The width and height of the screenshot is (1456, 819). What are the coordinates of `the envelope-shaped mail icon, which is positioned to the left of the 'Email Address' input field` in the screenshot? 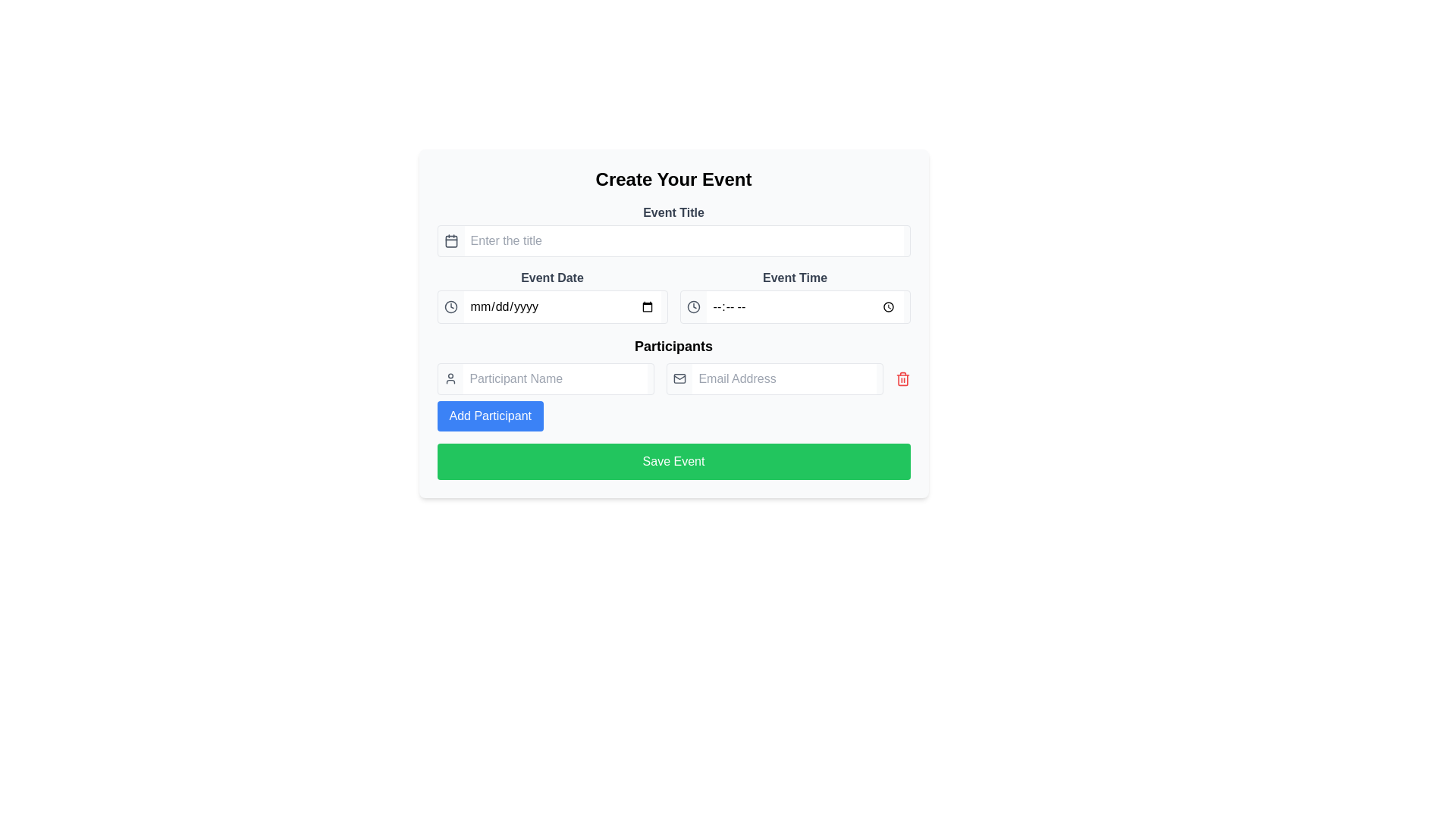 It's located at (679, 378).